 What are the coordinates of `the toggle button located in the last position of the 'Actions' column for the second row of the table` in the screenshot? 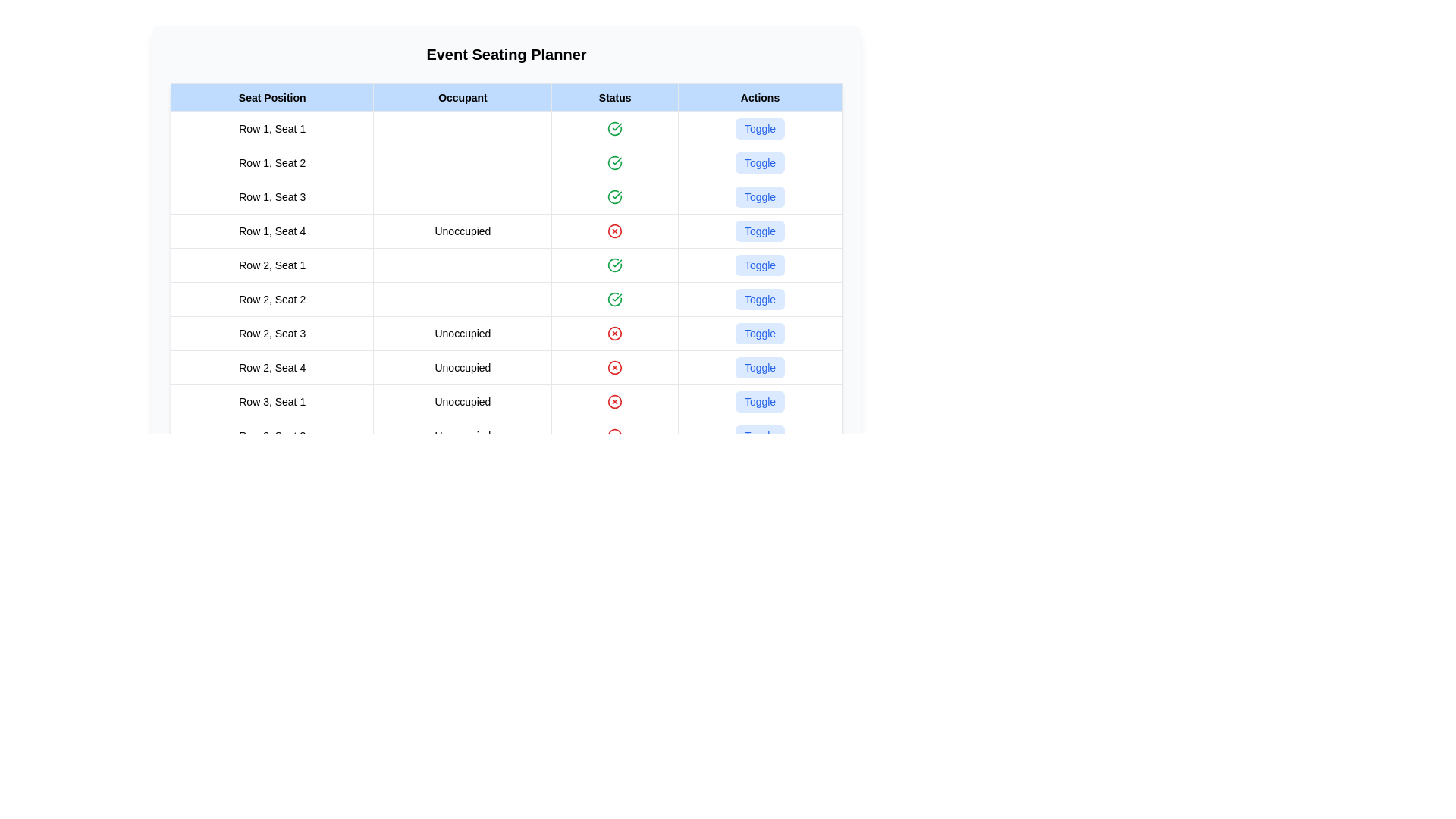 It's located at (760, 368).